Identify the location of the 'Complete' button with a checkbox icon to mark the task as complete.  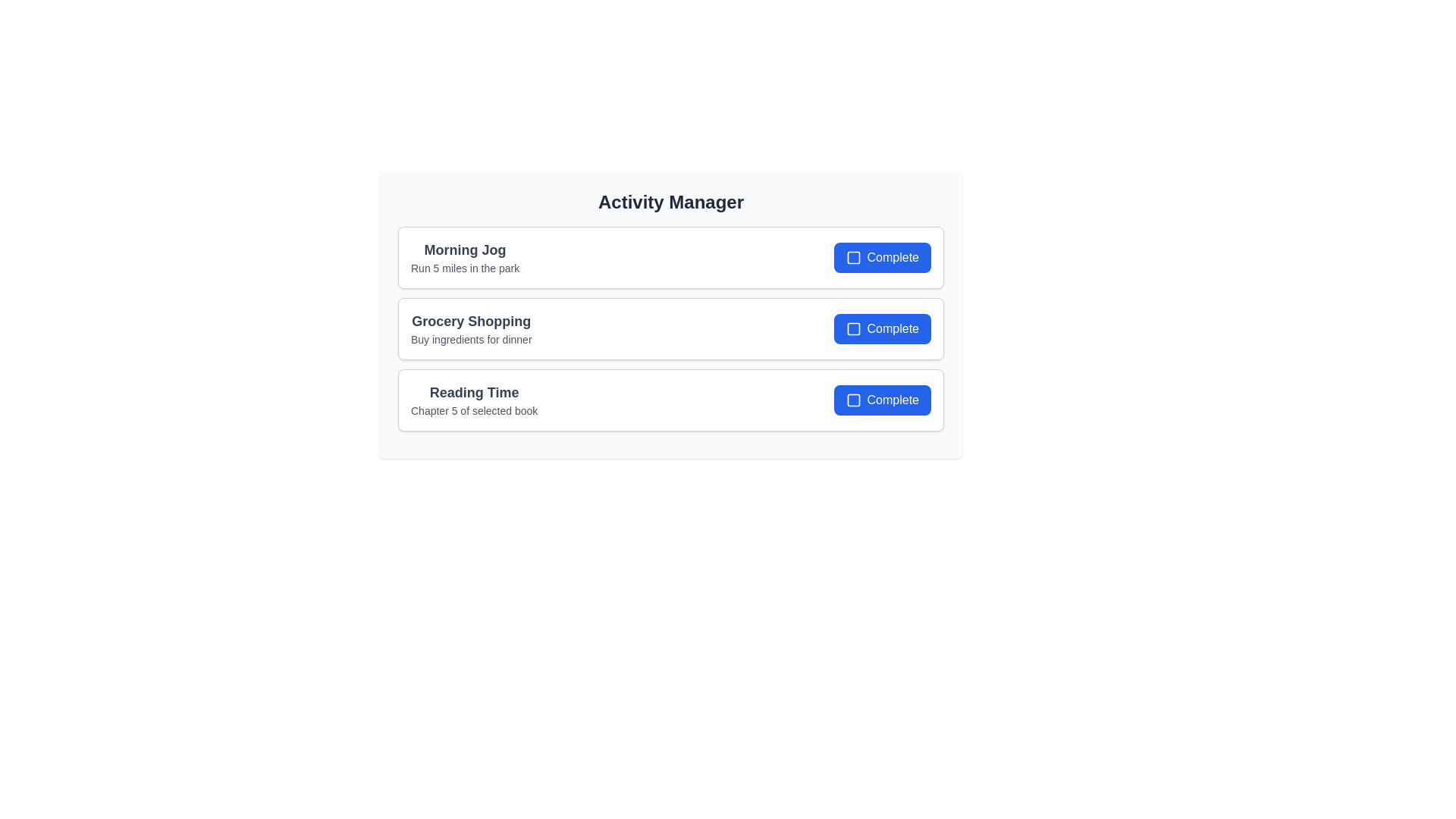
(882, 256).